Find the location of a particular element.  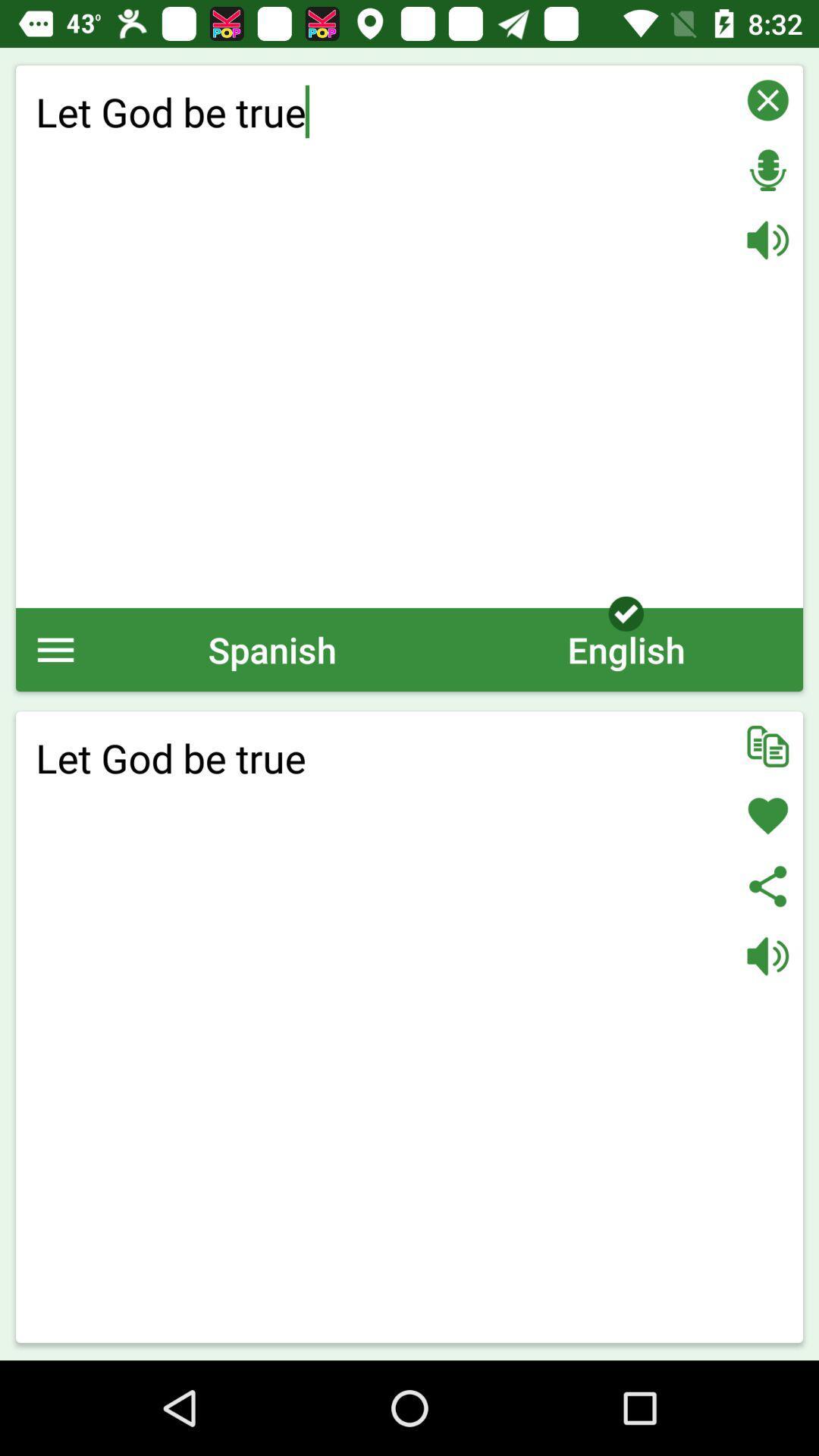

read aloud is located at coordinates (767, 239).